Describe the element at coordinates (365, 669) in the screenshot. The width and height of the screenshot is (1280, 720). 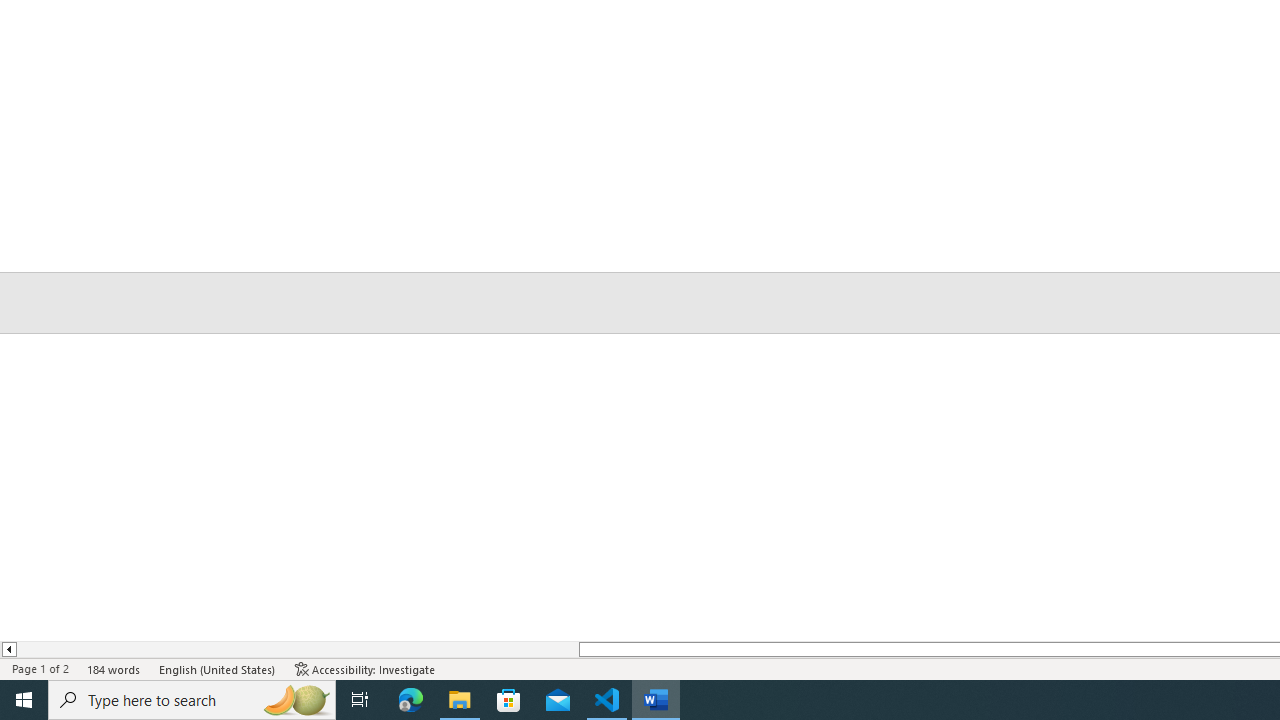
I see `'Accessibility Checker Accessibility: Investigate'` at that location.